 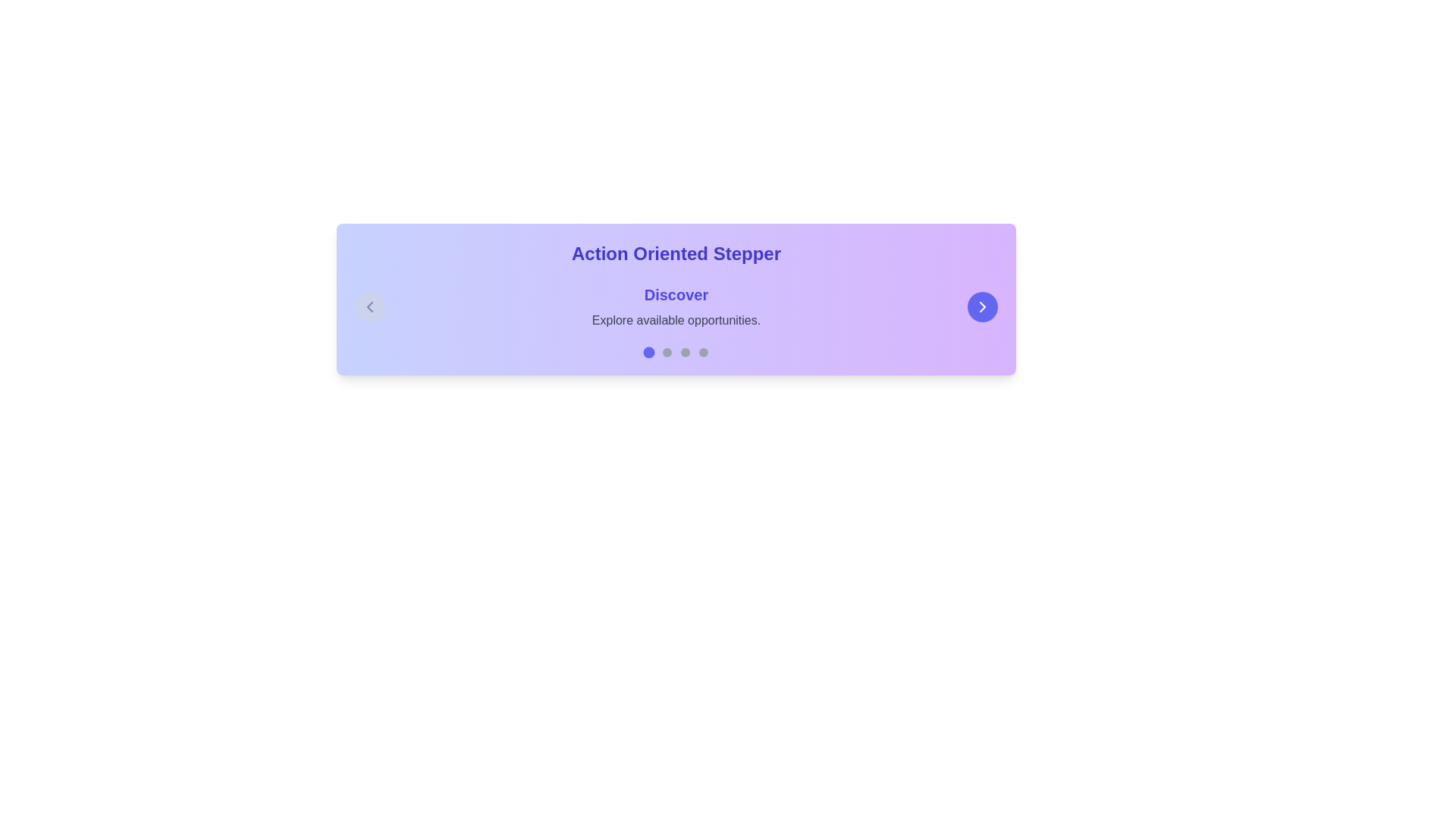 I want to click on the fourth and rightmost Circle navigation indicator dot, which is gray and has a smooth, rounded appearance, so click(x=702, y=353).